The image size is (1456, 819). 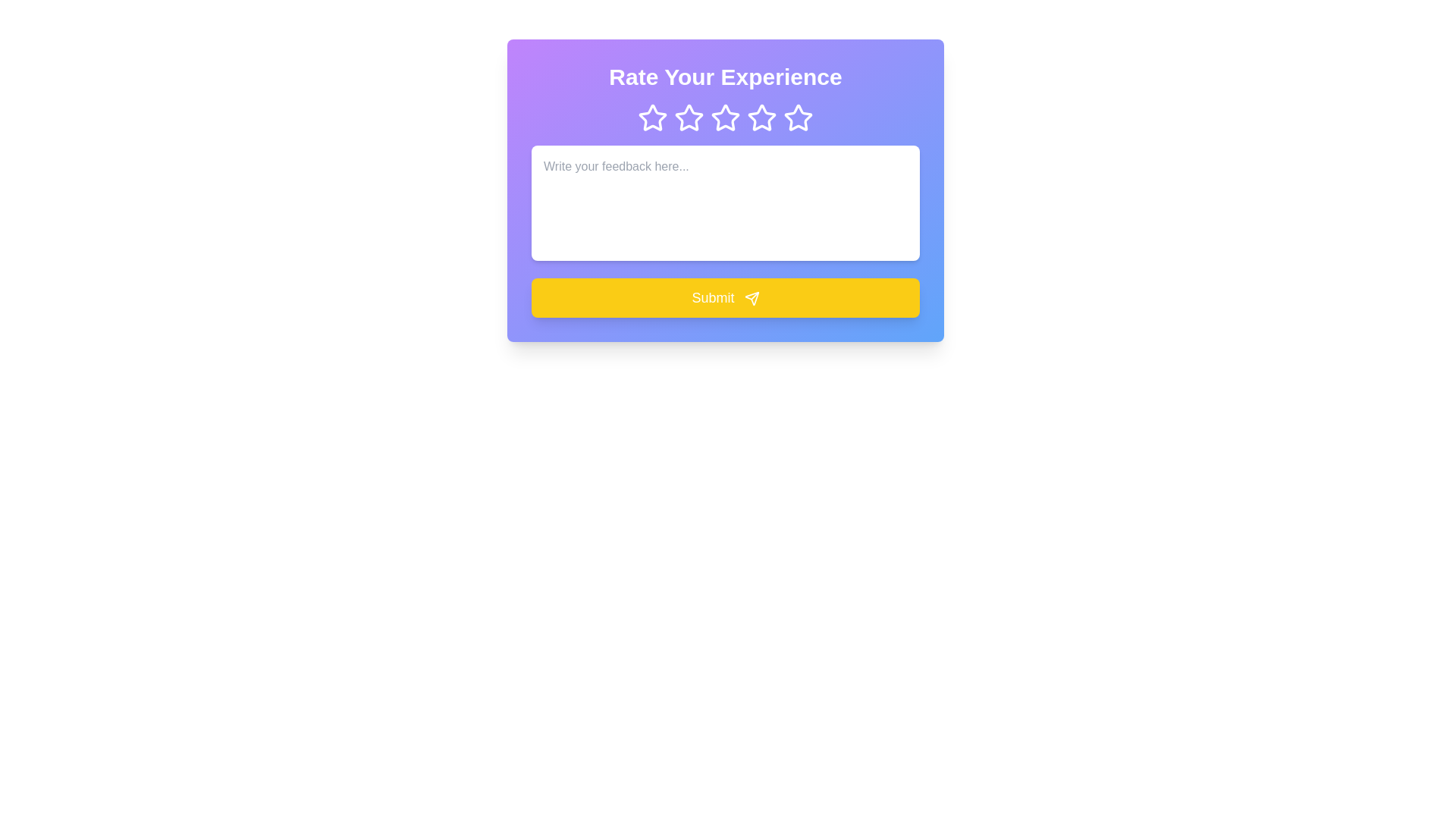 What do you see at coordinates (688, 117) in the screenshot?
I see `the third star-shaped icon in the rating component` at bounding box center [688, 117].